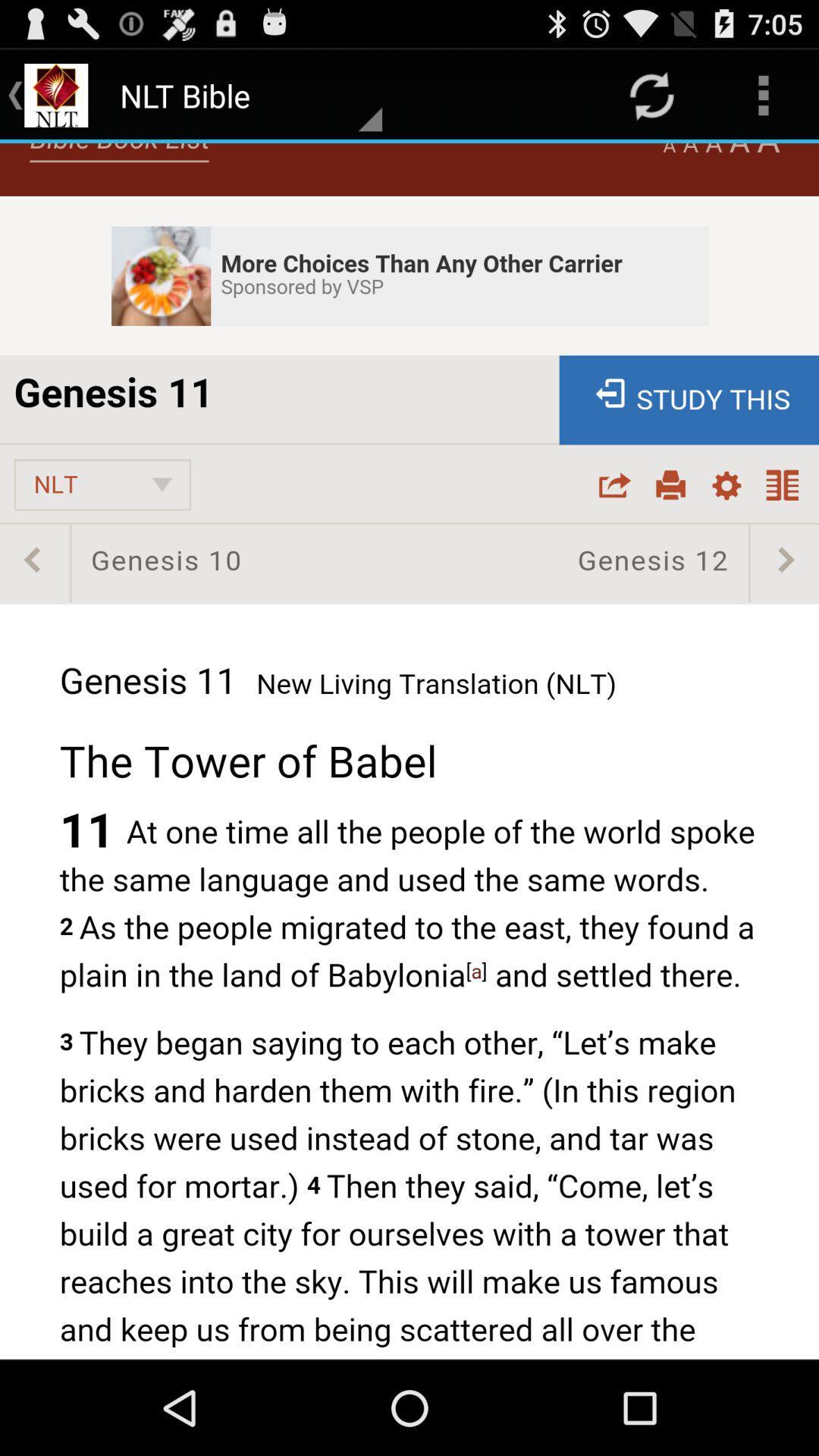  What do you see at coordinates (409, 751) in the screenshot?
I see `content in seen` at bounding box center [409, 751].